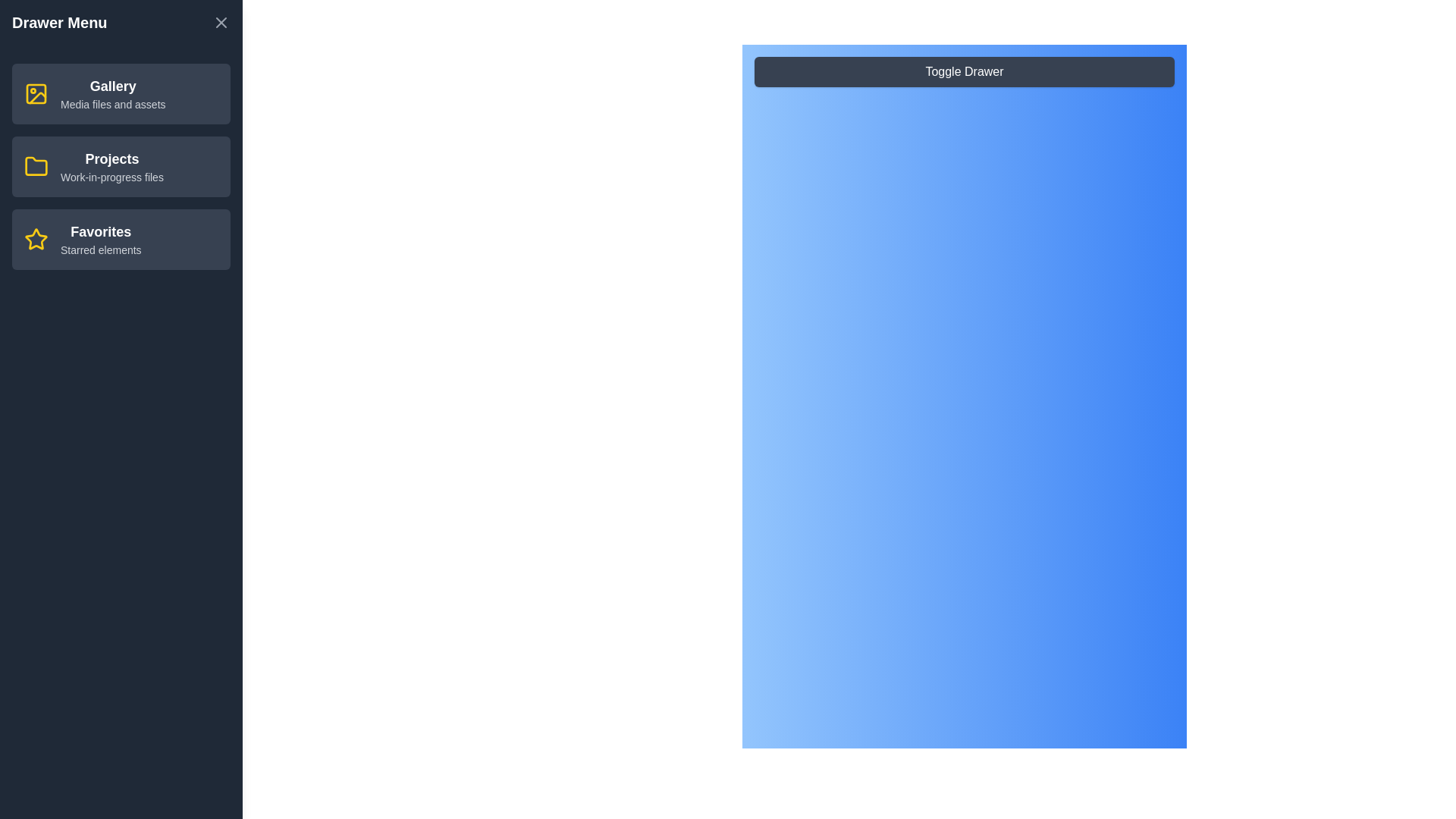  What do you see at coordinates (120, 239) in the screenshot?
I see `the menu item Favorites from the drawer` at bounding box center [120, 239].